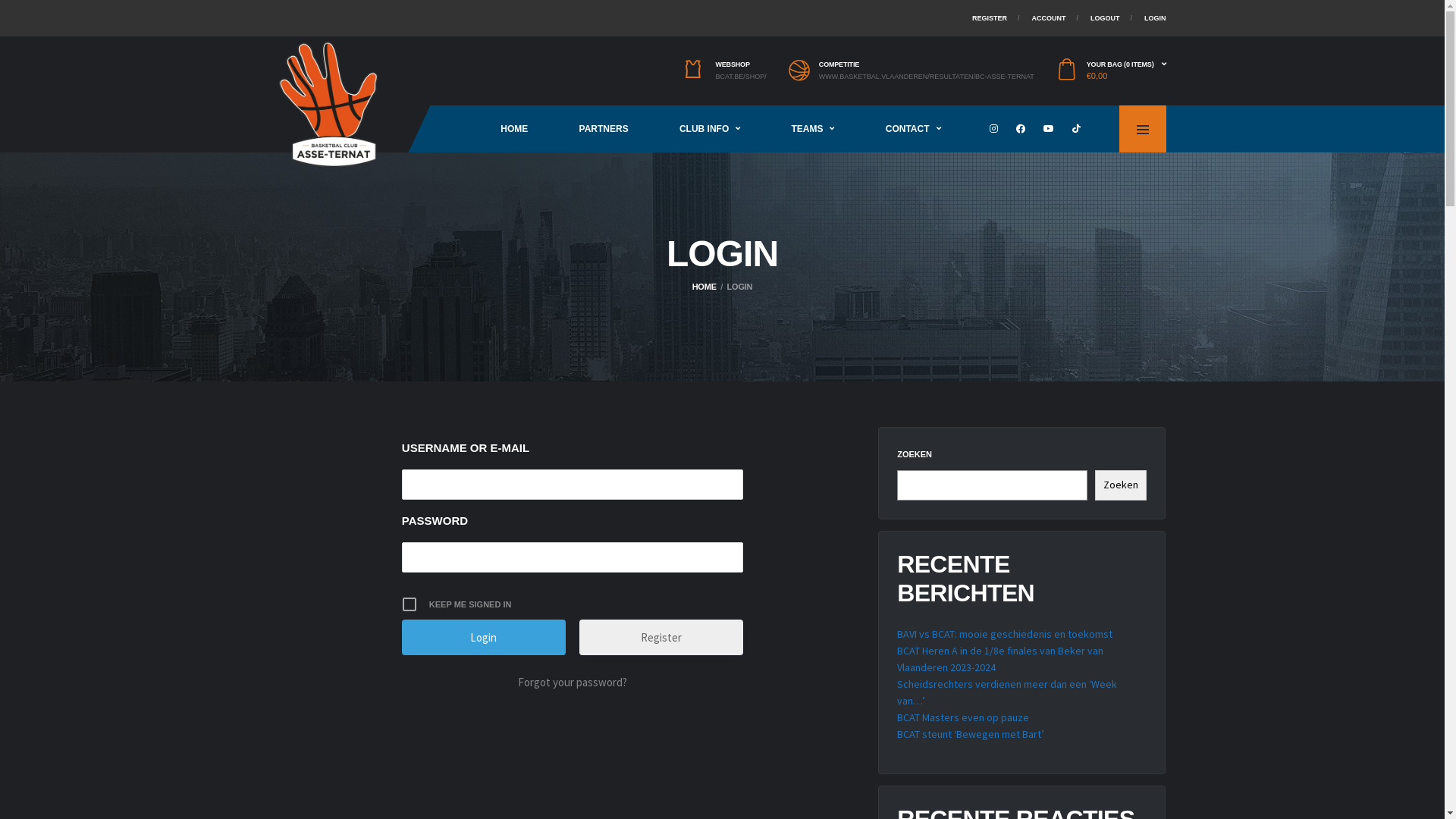  Describe the element at coordinates (1047, 17) in the screenshot. I see `'ACCOUNT'` at that location.